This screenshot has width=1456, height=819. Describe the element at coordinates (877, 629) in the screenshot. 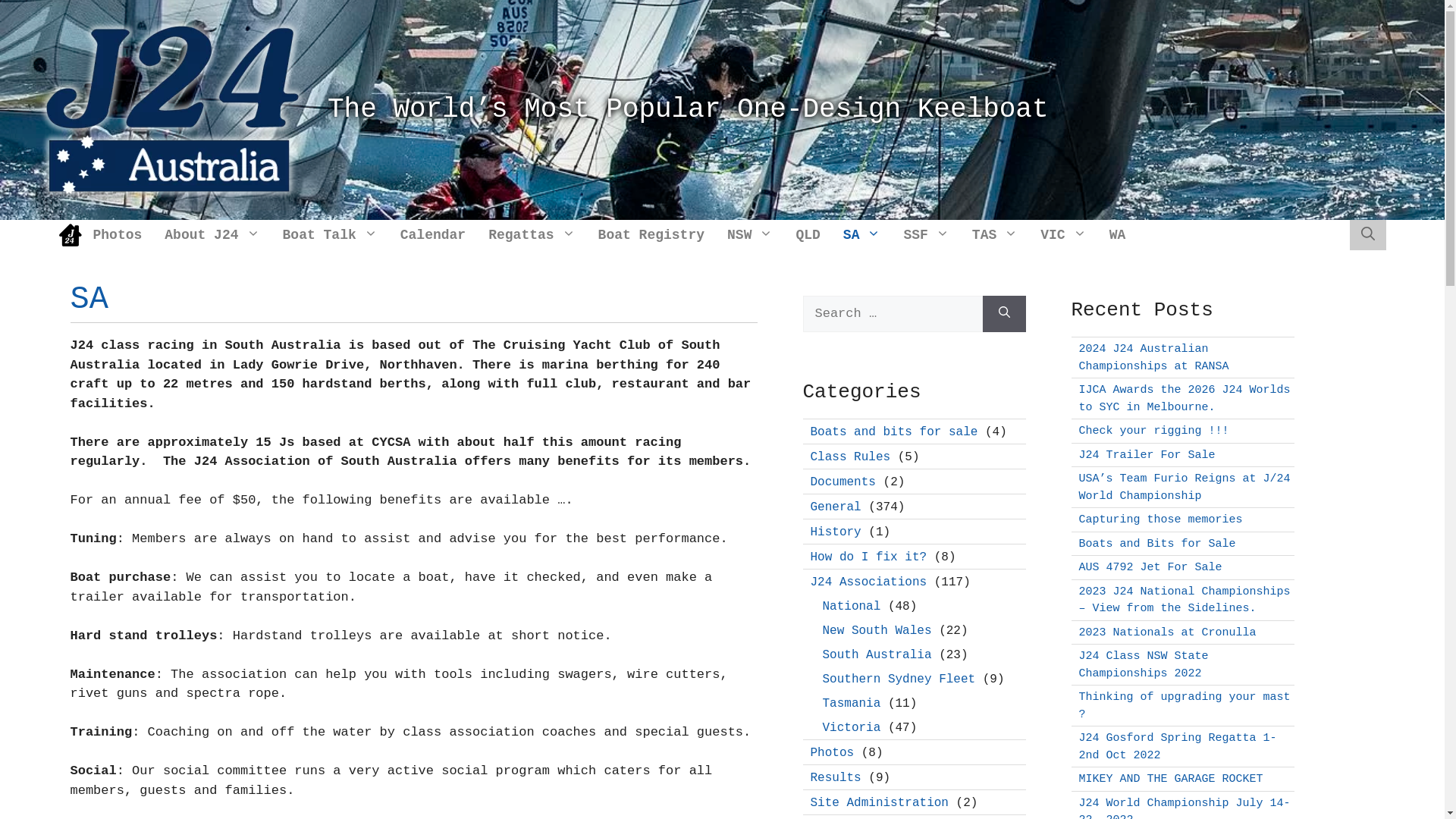

I see `'New South Wales'` at that location.